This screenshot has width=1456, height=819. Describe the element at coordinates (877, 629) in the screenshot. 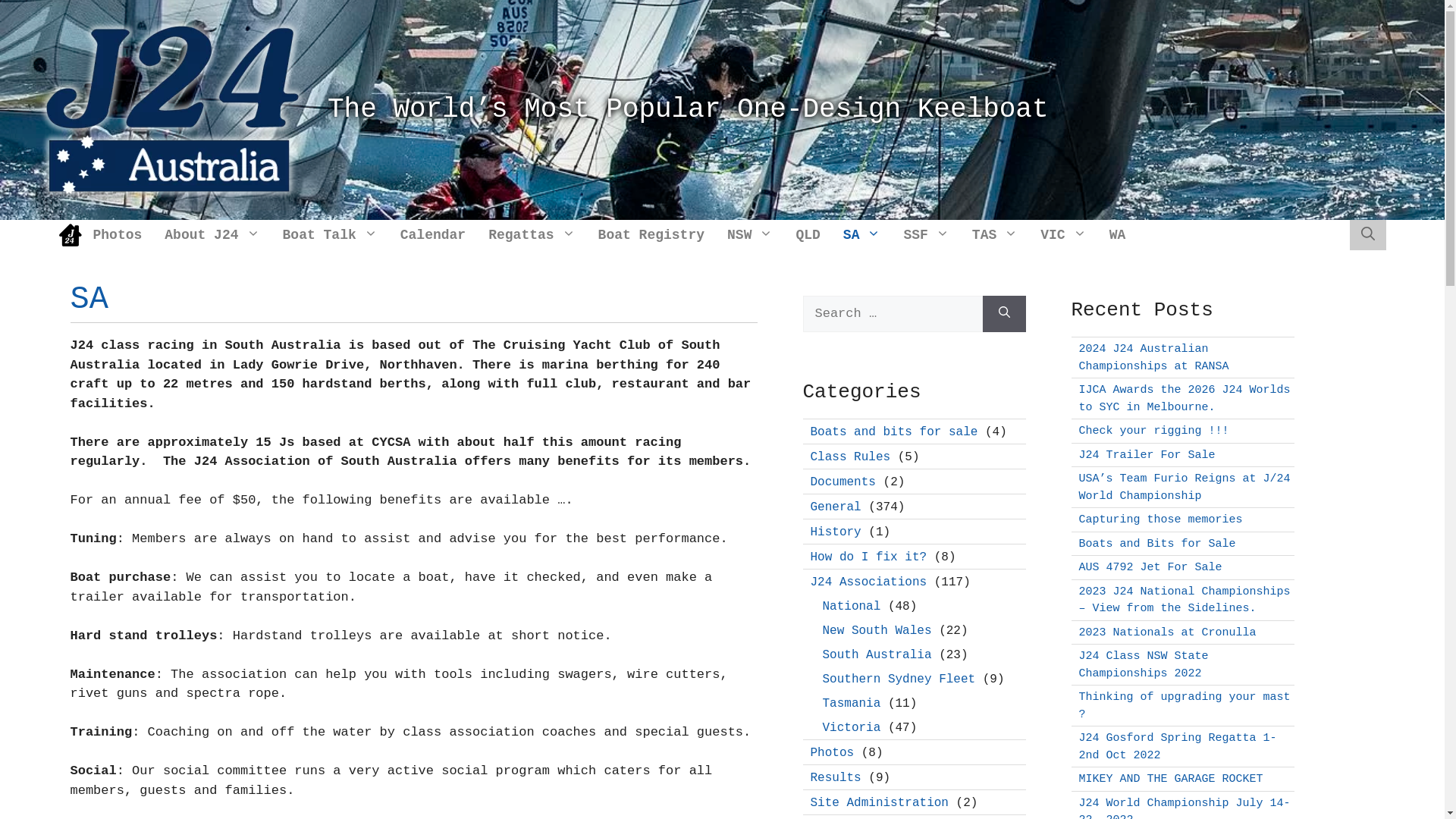

I see `'New South Wales'` at that location.